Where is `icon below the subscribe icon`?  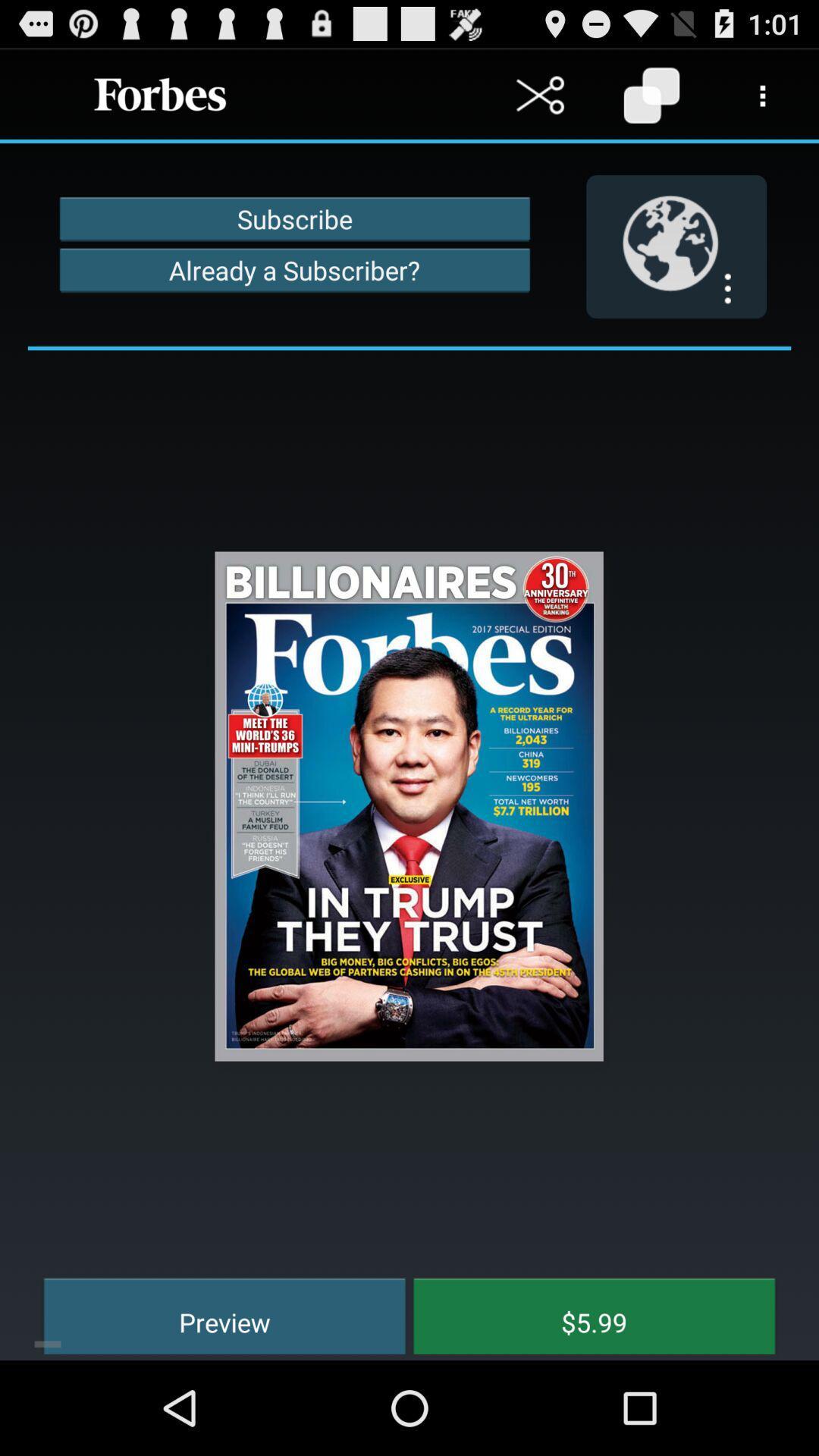
icon below the subscribe icon is located at coordinates (294, 270).